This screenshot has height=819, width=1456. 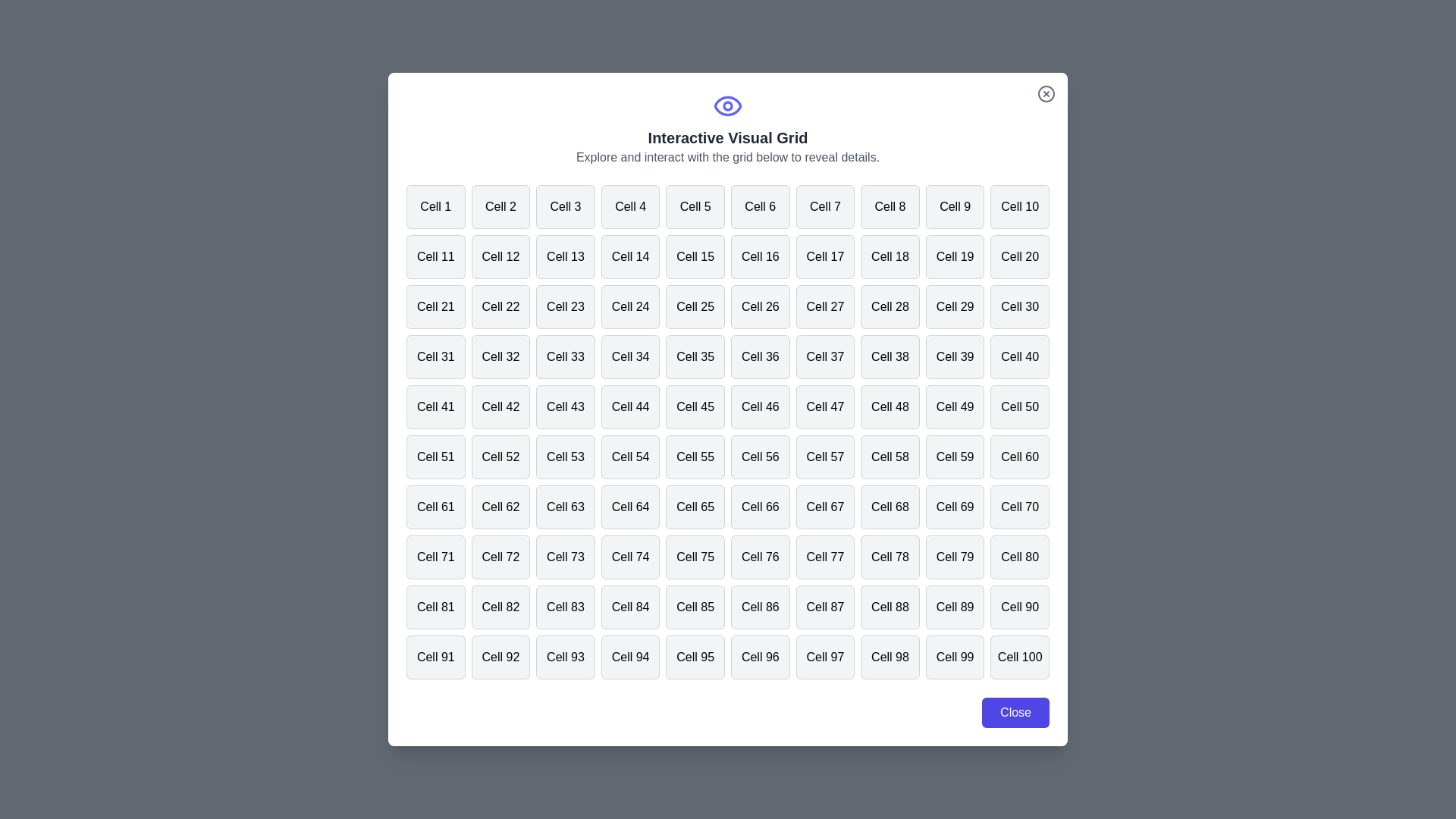 What do you see at coordinates (1046, 93) in the screenshot?
I see `close button at the top-right corner of the dialog` at bounding box center [1046, 93].